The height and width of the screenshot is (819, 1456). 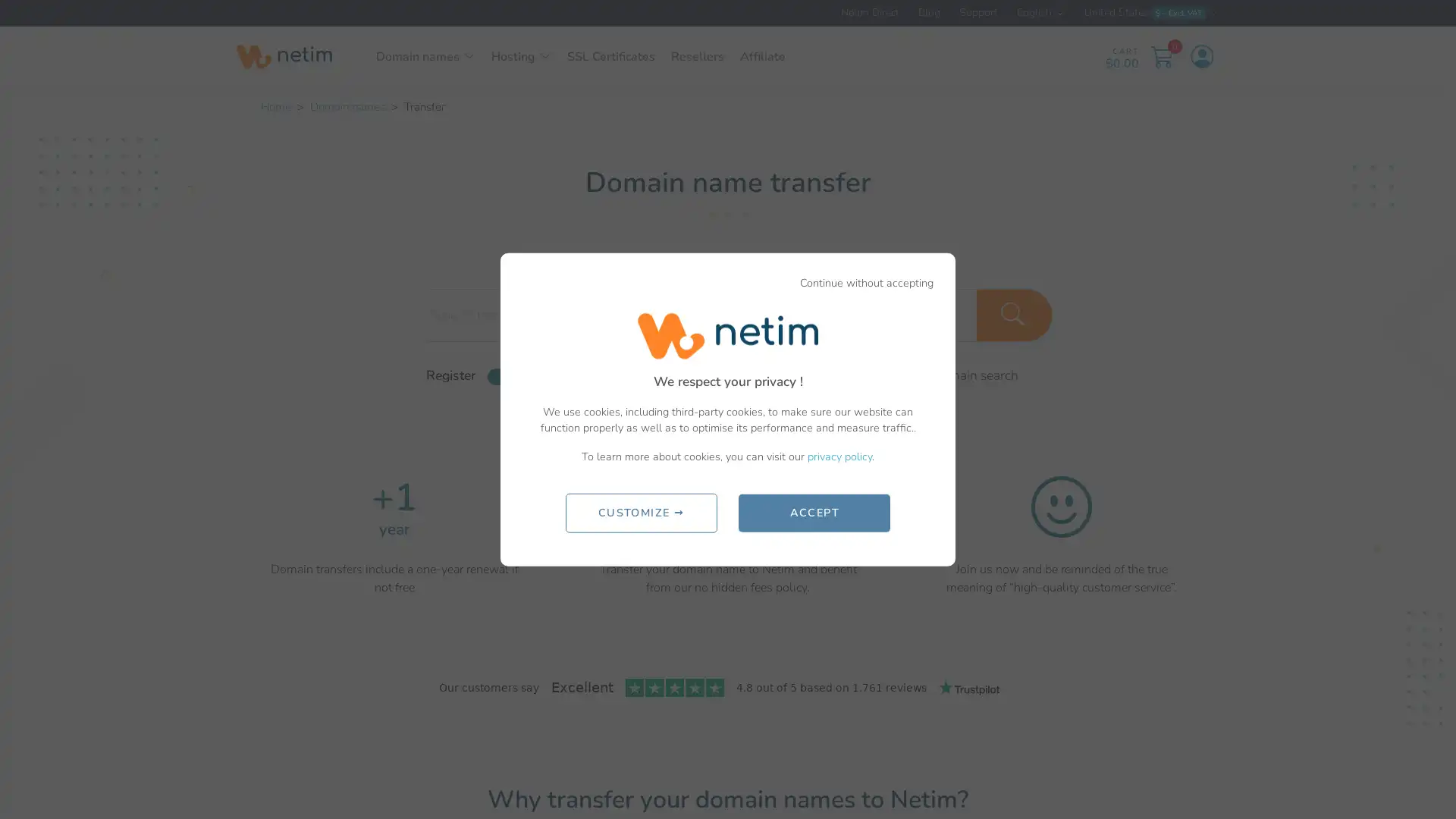 I want to click on Search, so click(x=1015, y=314).